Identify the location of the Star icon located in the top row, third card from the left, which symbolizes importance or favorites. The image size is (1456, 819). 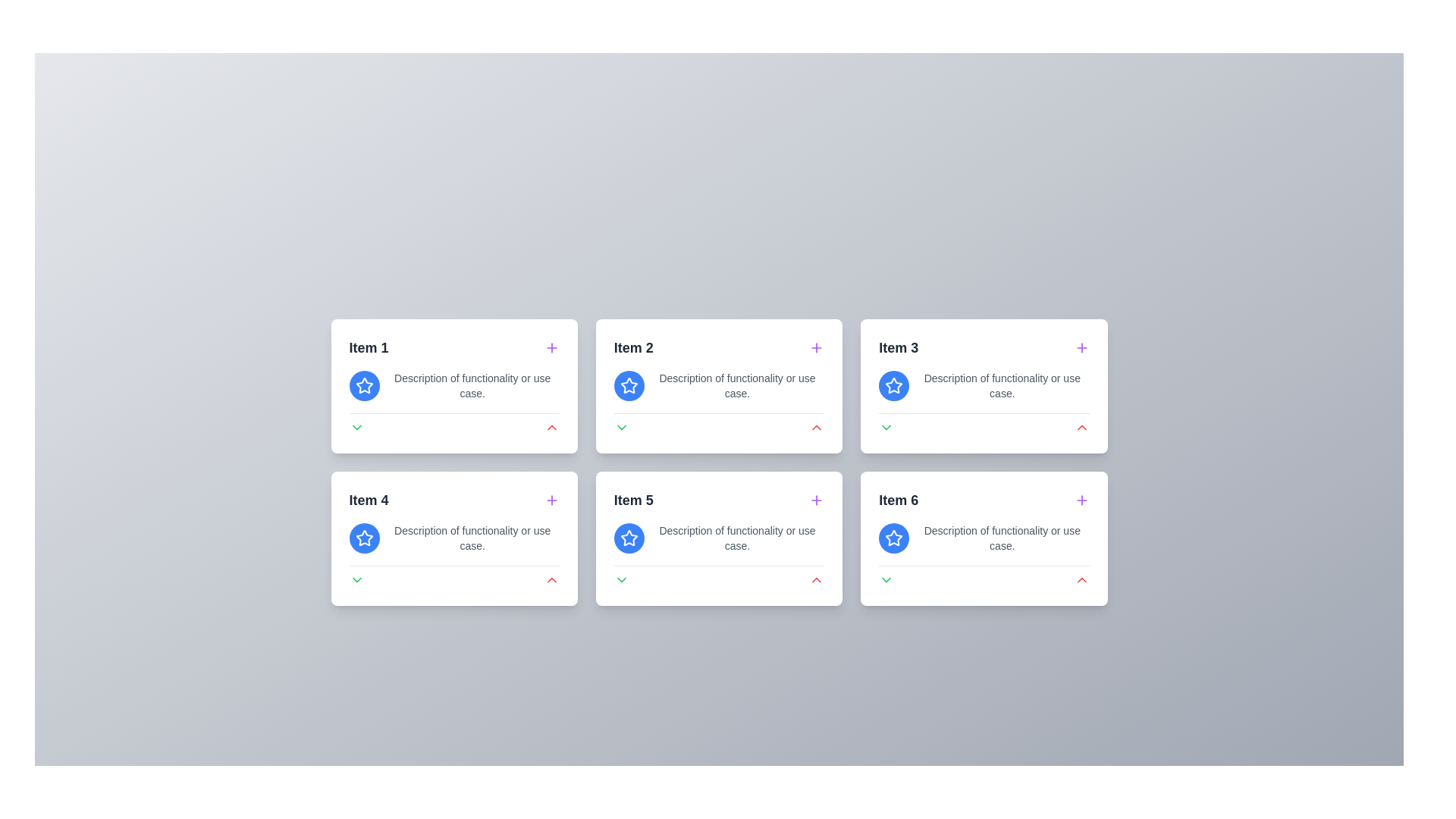
(894, 385).